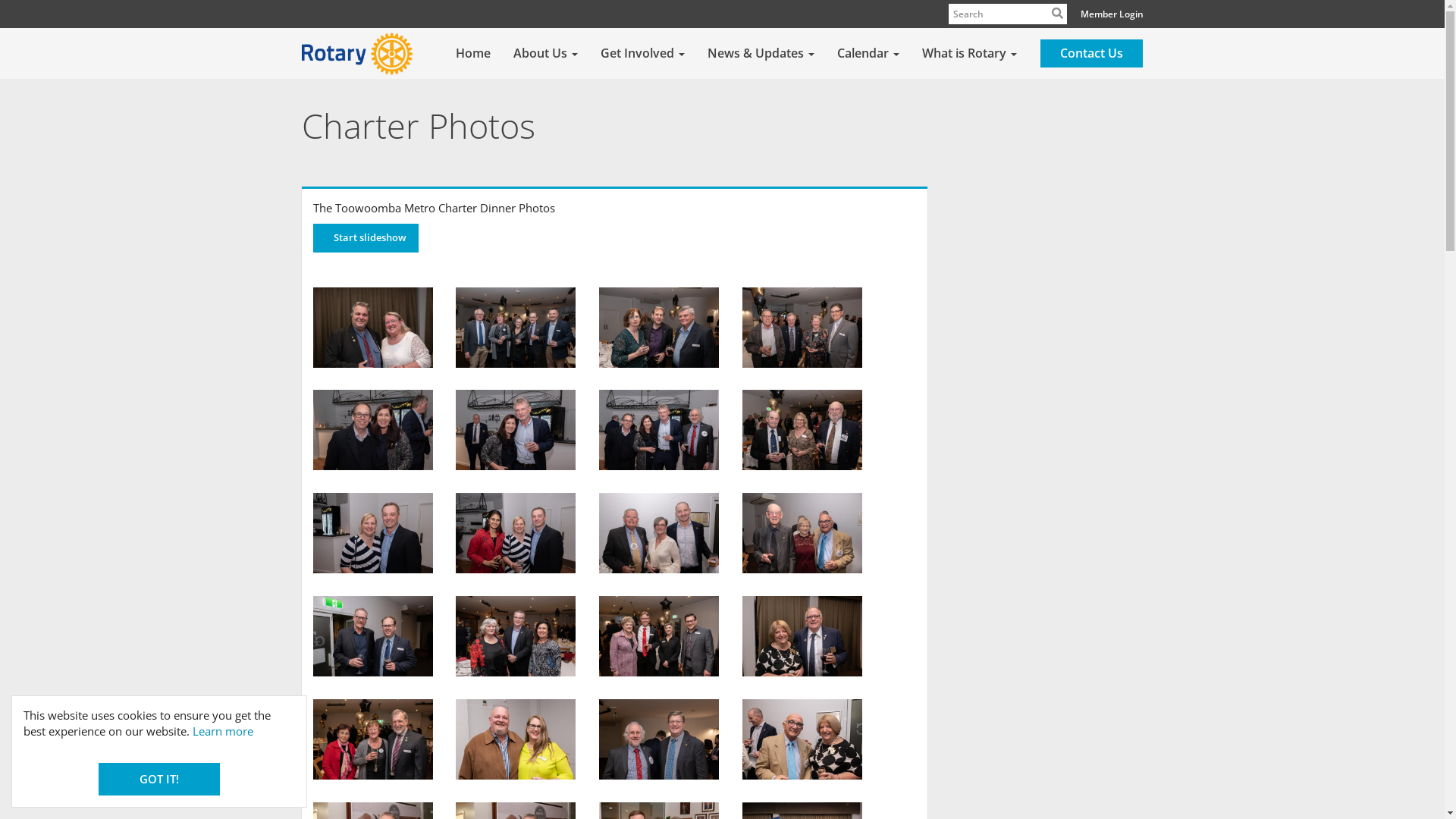  Describe the element at coordinates (695, 52) in the screenshot. I see `'News & Updates'` at that location.